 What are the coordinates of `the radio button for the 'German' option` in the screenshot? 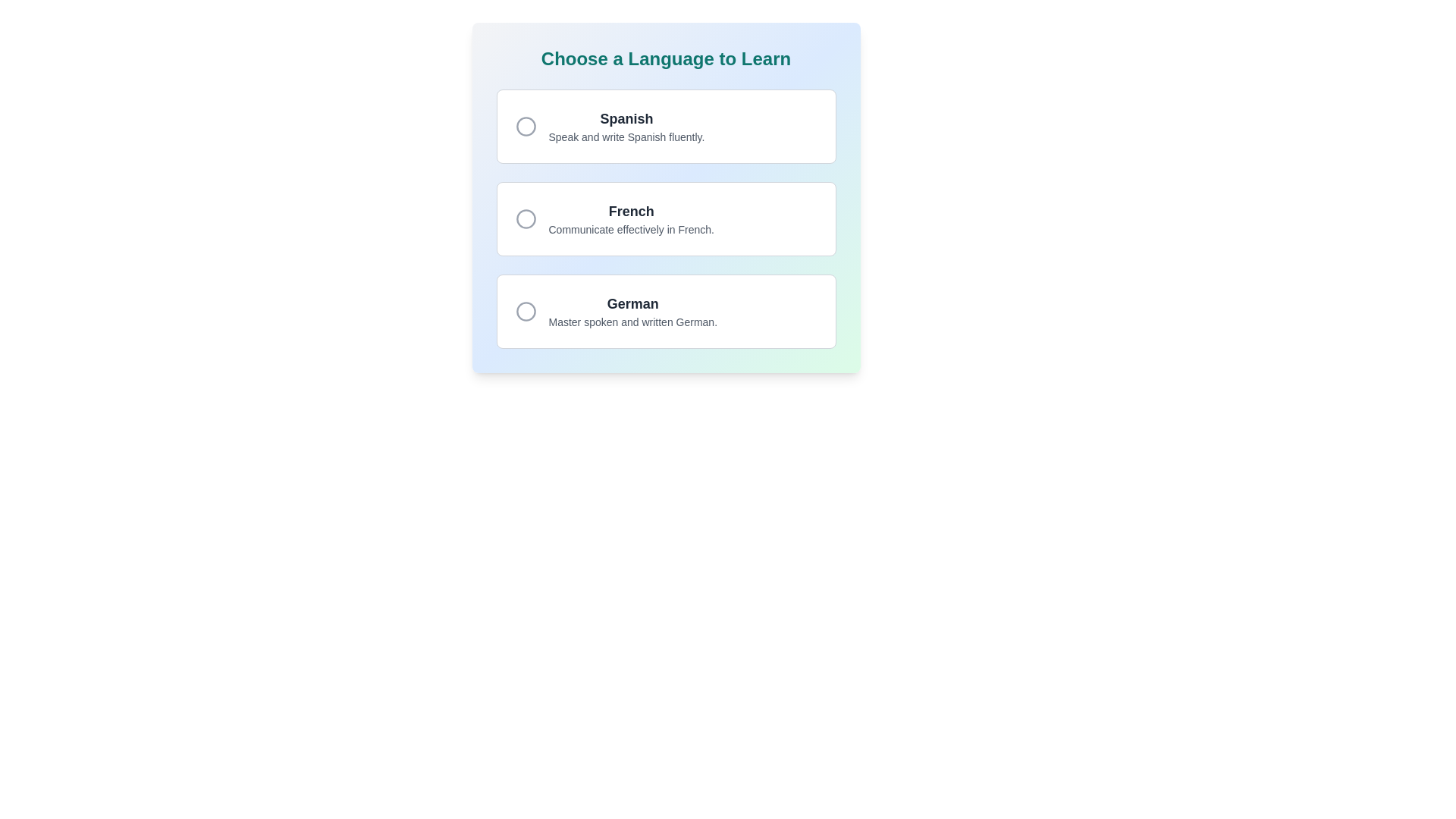 It's located at (526, 311).